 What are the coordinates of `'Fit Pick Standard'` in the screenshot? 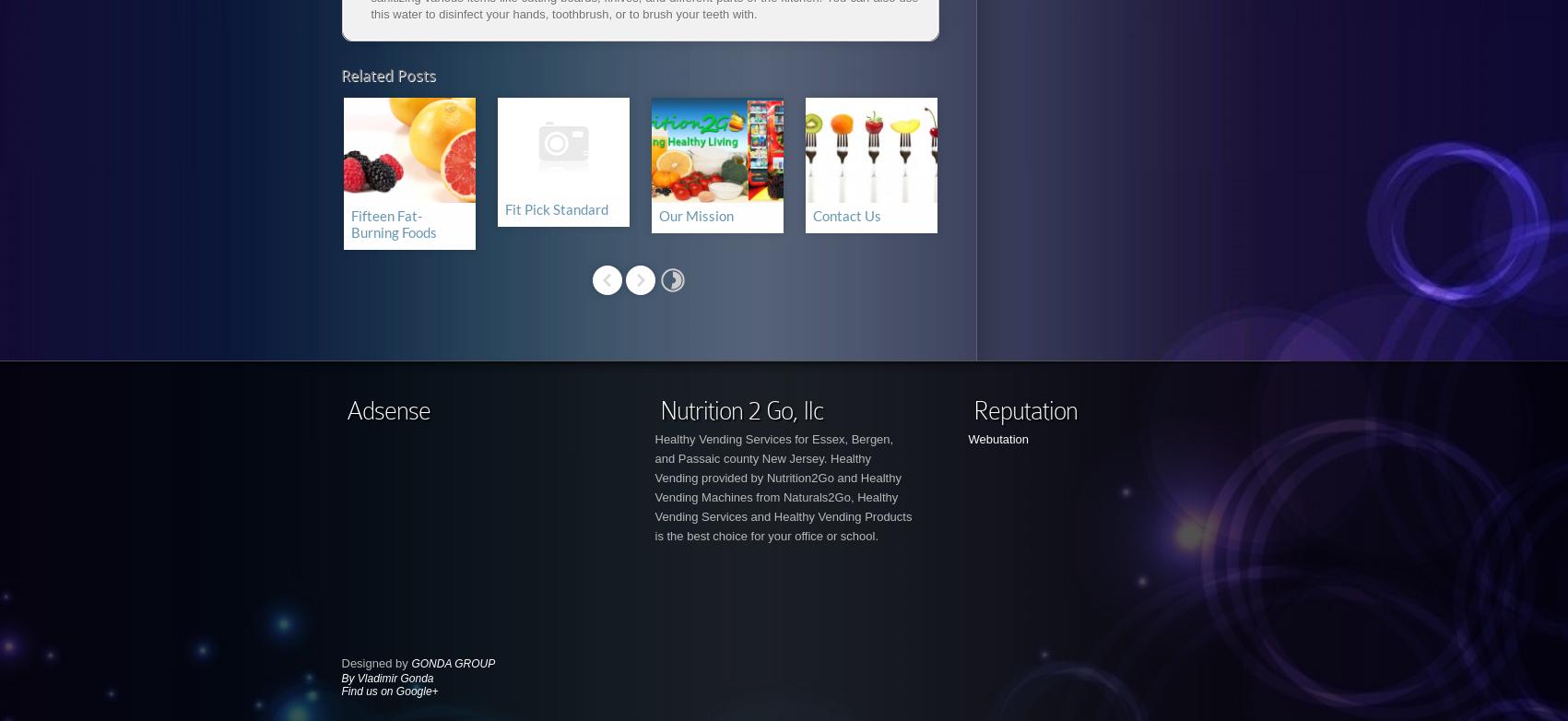 It's located at (556, 208).